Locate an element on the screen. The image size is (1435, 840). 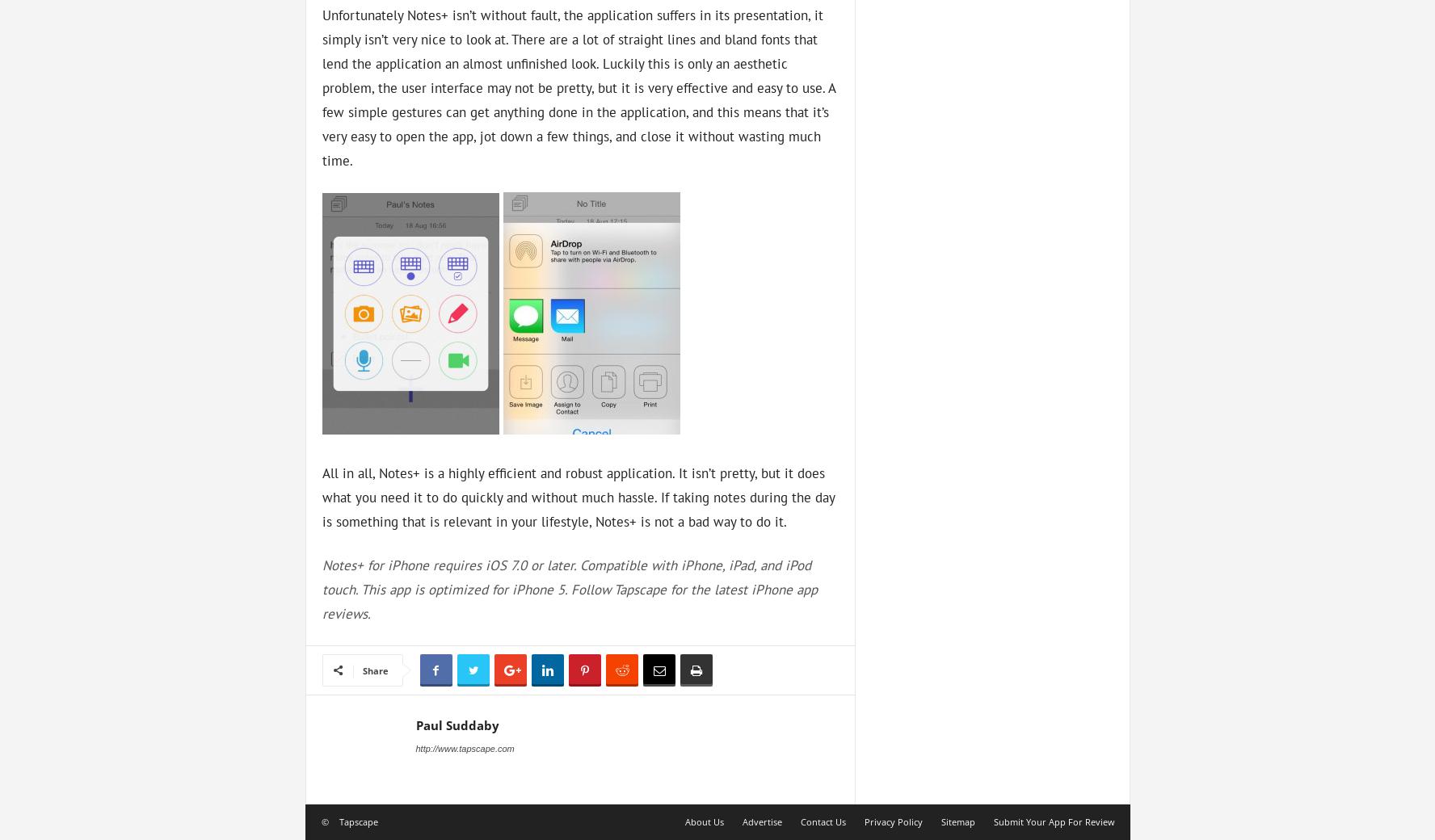
'Privacy Policy' is located at coordinates (892, 820).